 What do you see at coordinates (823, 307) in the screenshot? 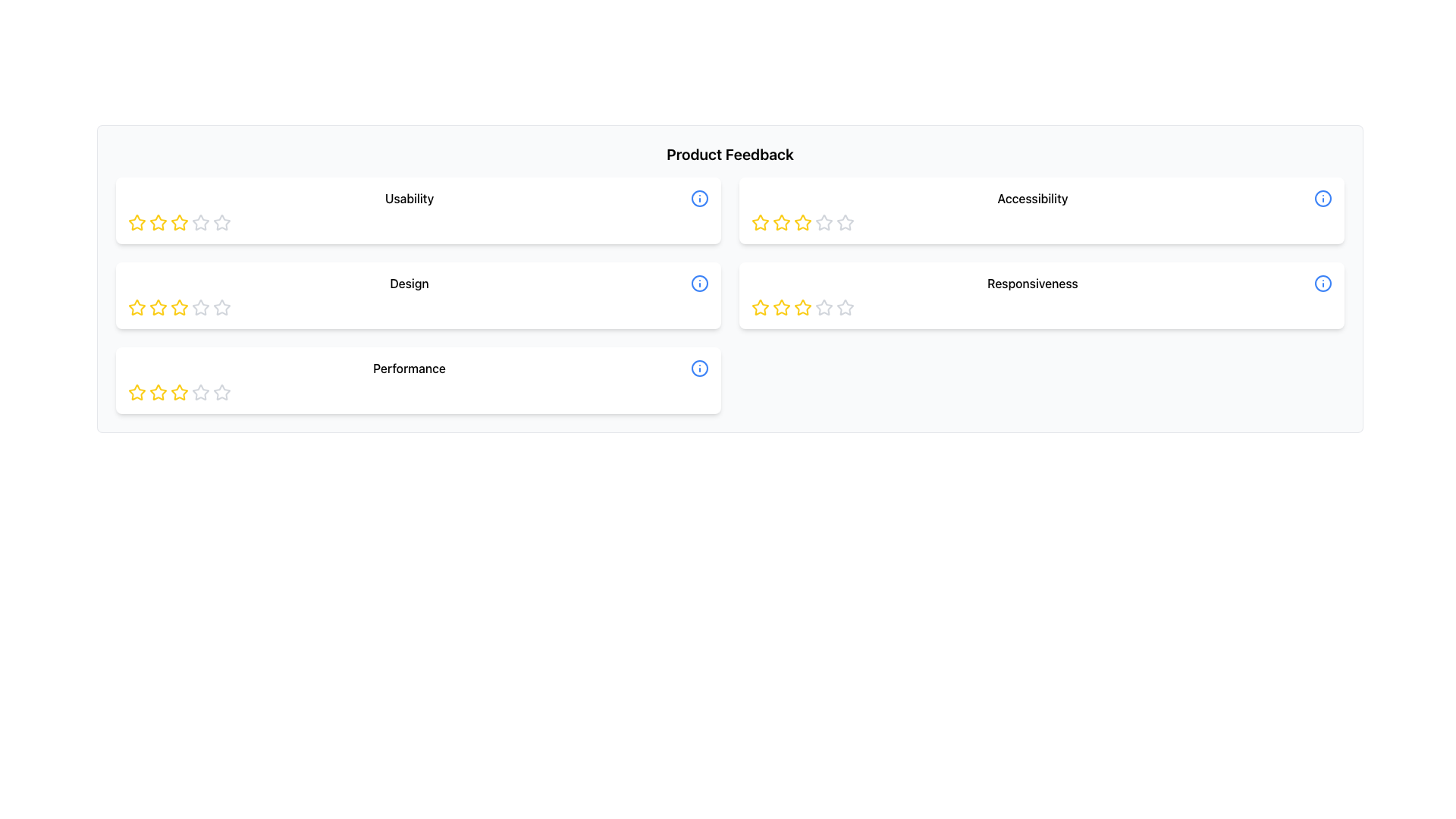
I see `the fourth star icon in the 'Responsiveness' rating system` at bounding box center [823, 307].